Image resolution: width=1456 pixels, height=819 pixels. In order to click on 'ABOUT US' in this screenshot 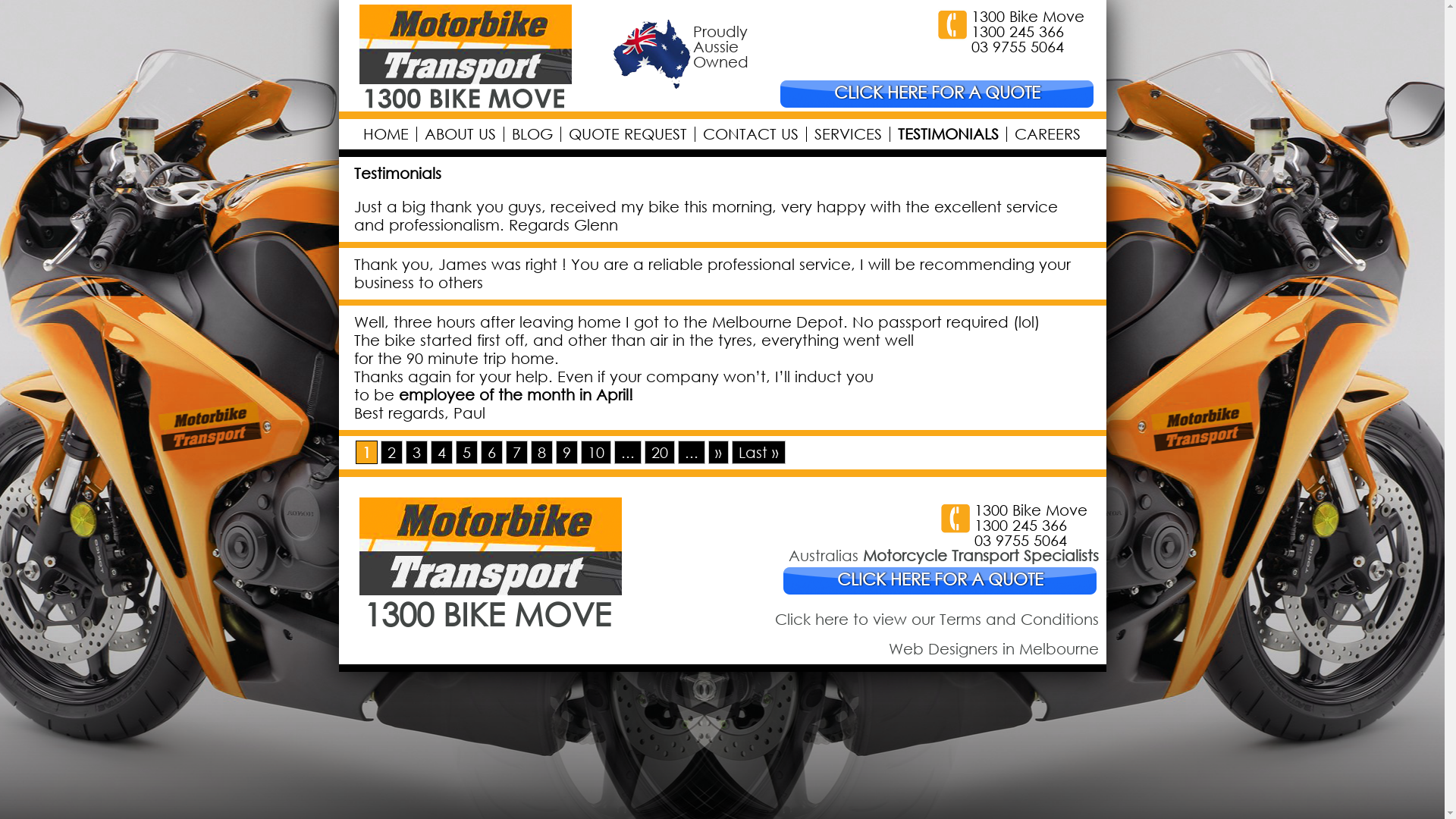, I will do `click(458, 133)`.